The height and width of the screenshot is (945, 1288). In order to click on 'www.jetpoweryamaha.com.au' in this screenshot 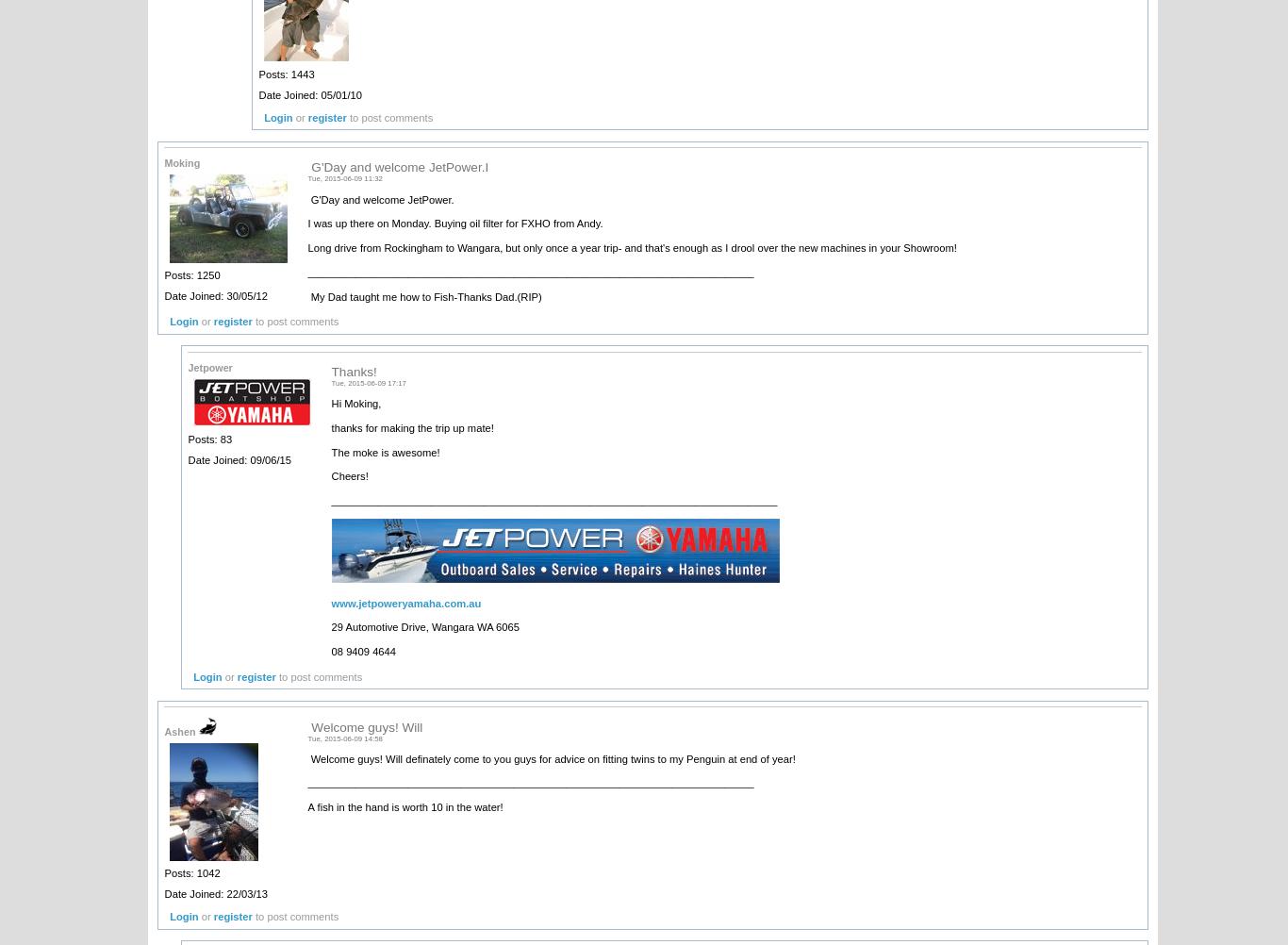, I will do `click(405, 601)`.